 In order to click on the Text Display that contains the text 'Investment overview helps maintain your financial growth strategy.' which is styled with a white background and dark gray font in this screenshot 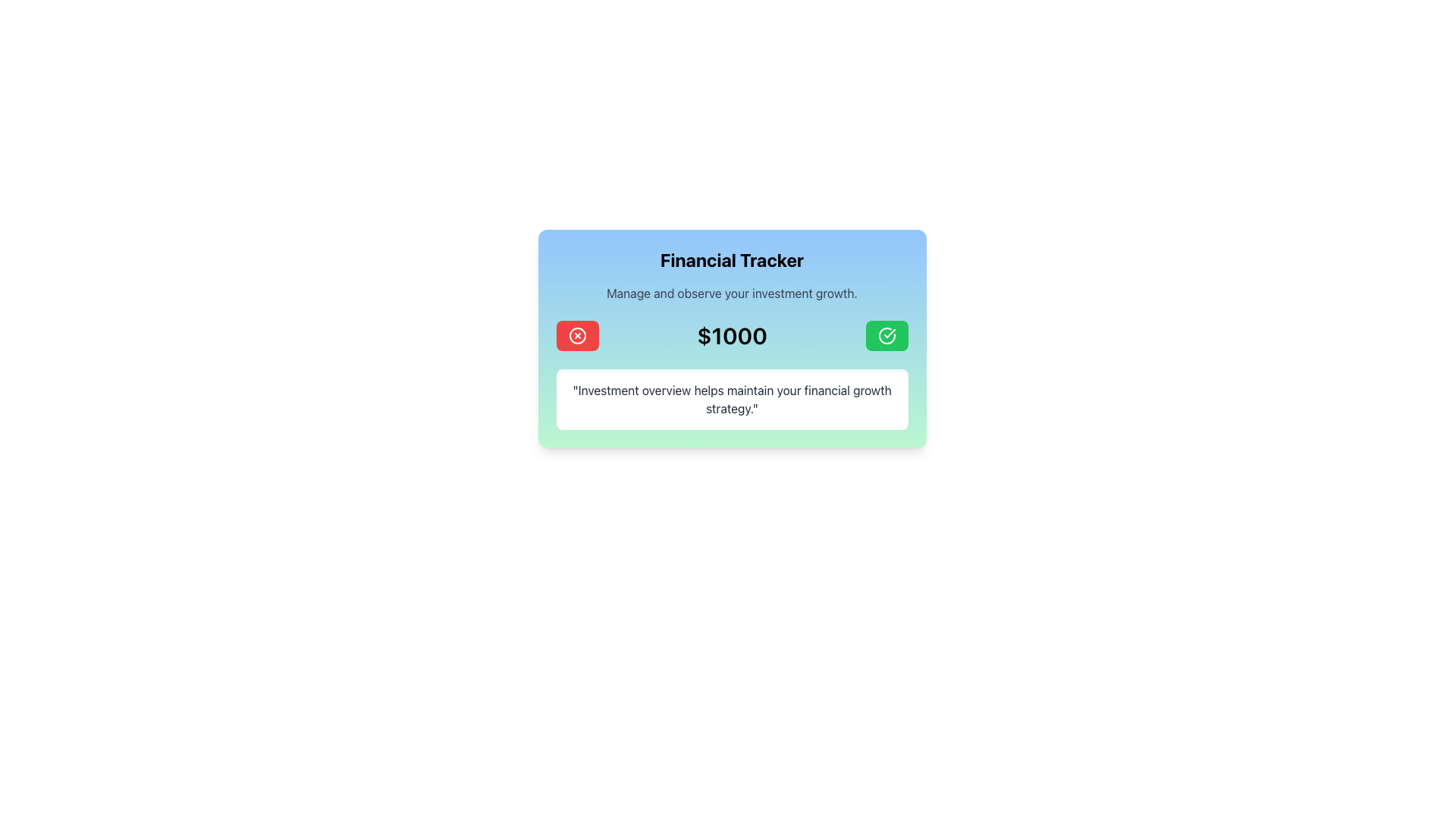, I will do `click(732, 399)`.